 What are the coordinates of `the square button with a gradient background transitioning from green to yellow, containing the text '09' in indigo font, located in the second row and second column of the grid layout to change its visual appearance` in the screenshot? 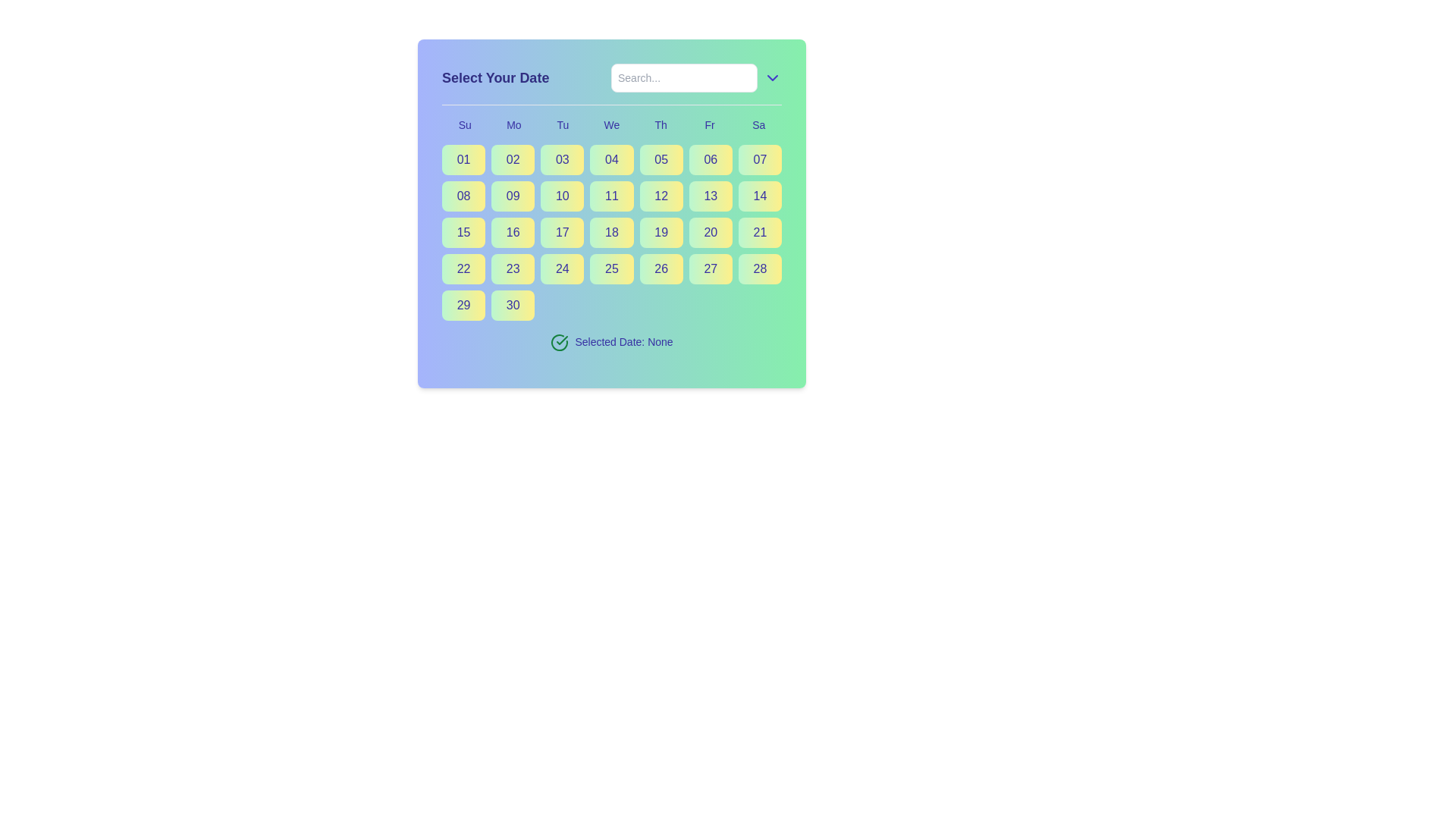 It's located at (513, 195).